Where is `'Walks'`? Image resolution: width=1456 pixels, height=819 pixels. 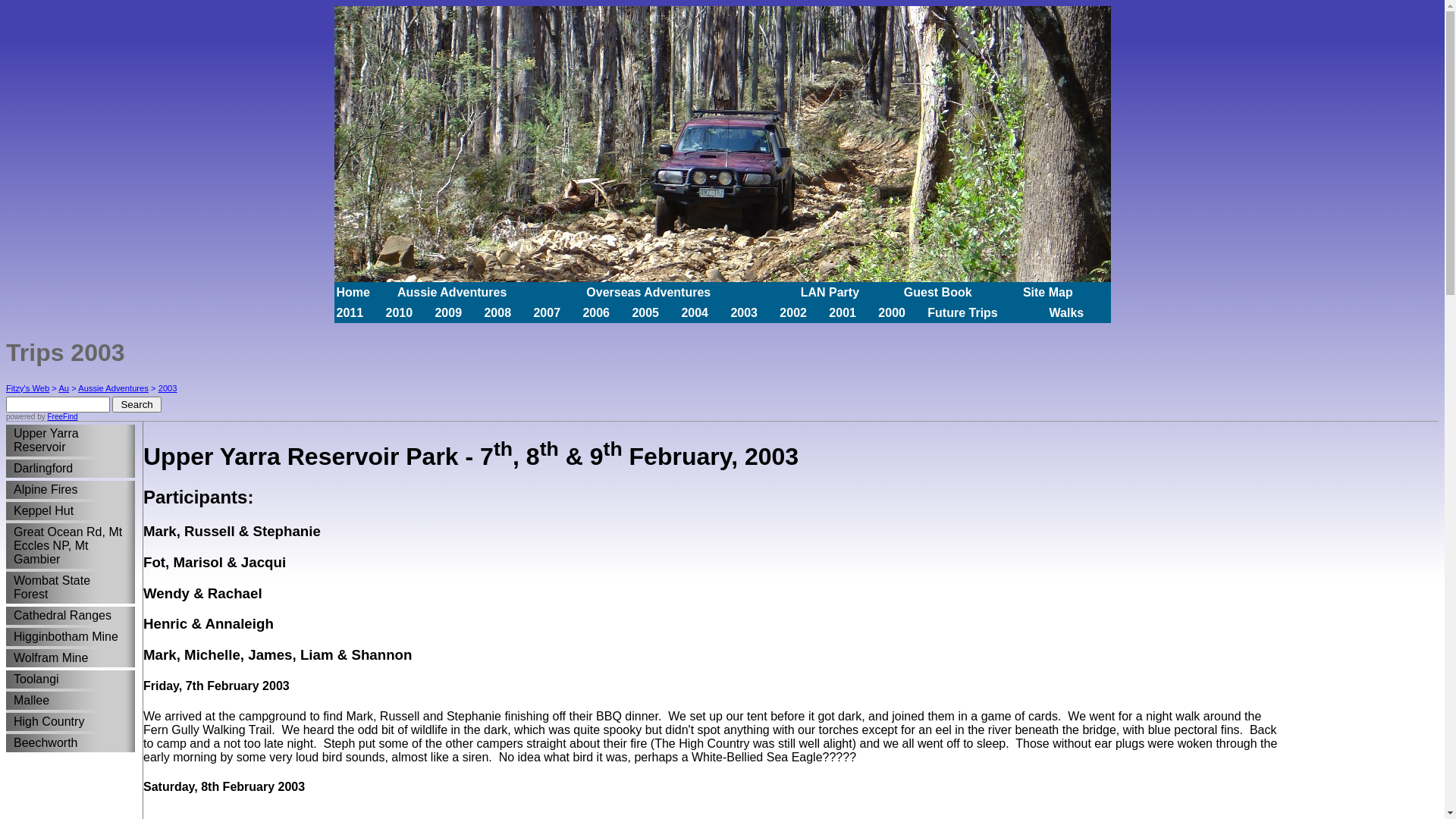
'Walks' is located at coordinates (1065, 312).